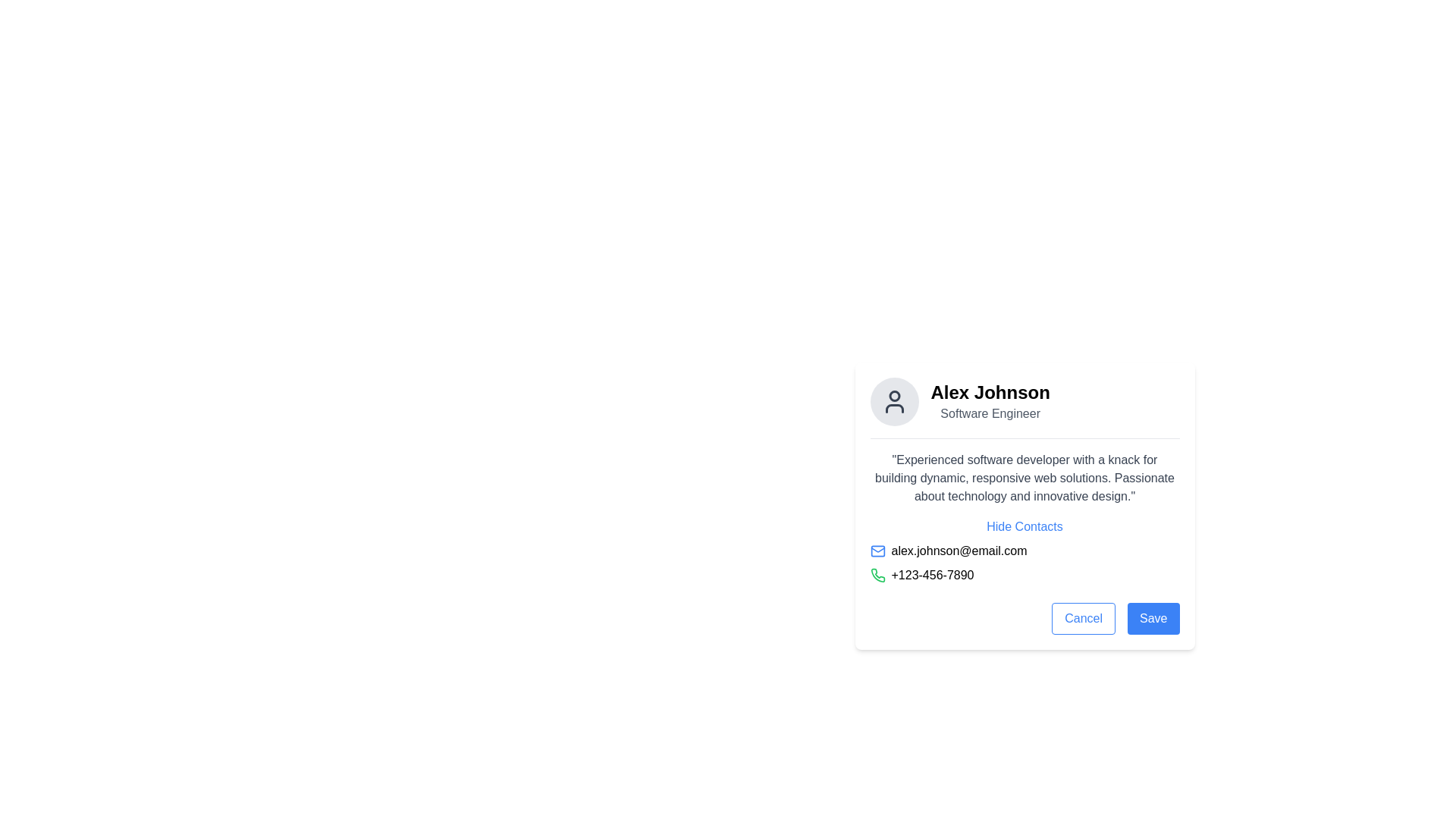  What do you see at coordinates (990, 400) in the screenshot?
I see `text displayed in the label or text display located in the upper section of the profile card, adjacent to the circular avatar icon` at bounding box center [990, 400].